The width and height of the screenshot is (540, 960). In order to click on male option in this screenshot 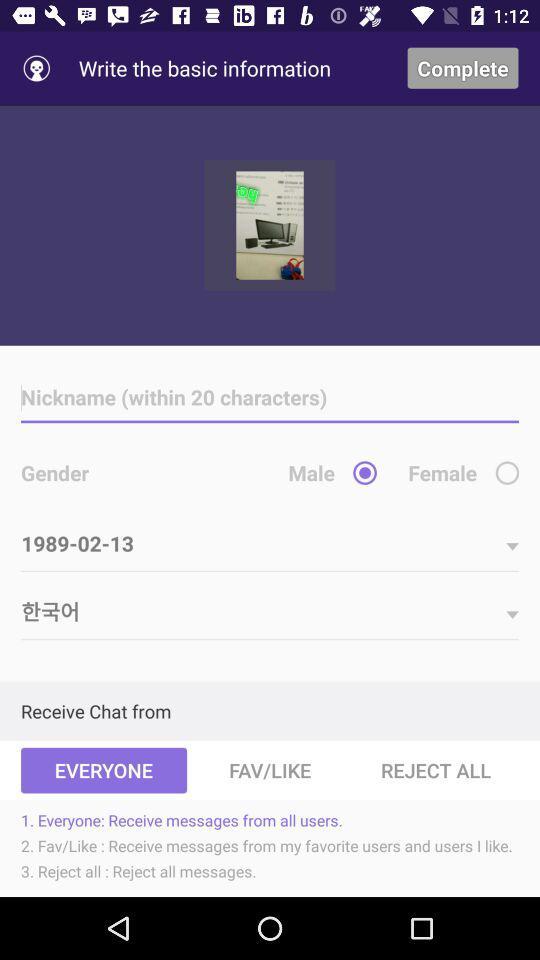, I will do `click(364, 473)`.